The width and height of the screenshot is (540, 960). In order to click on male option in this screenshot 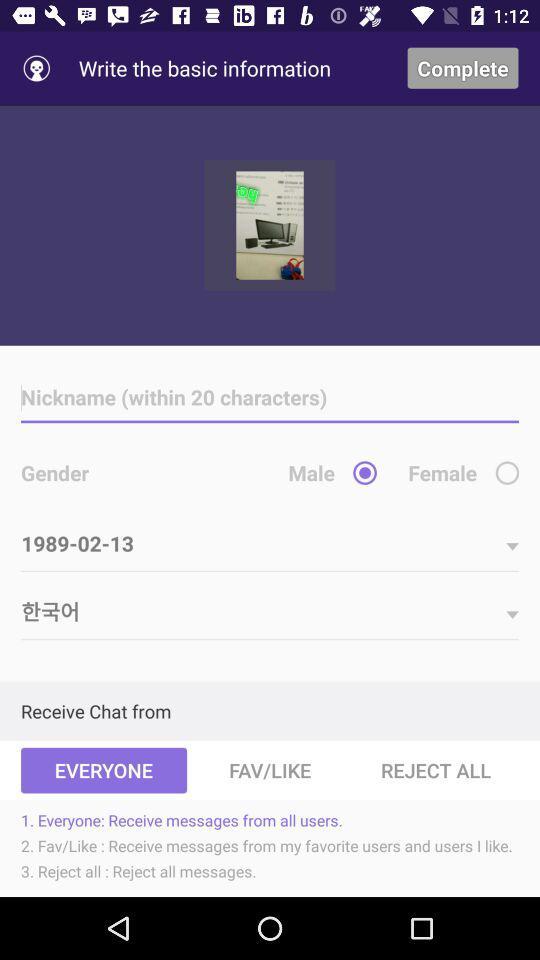, I will do `click(364, 473)`.